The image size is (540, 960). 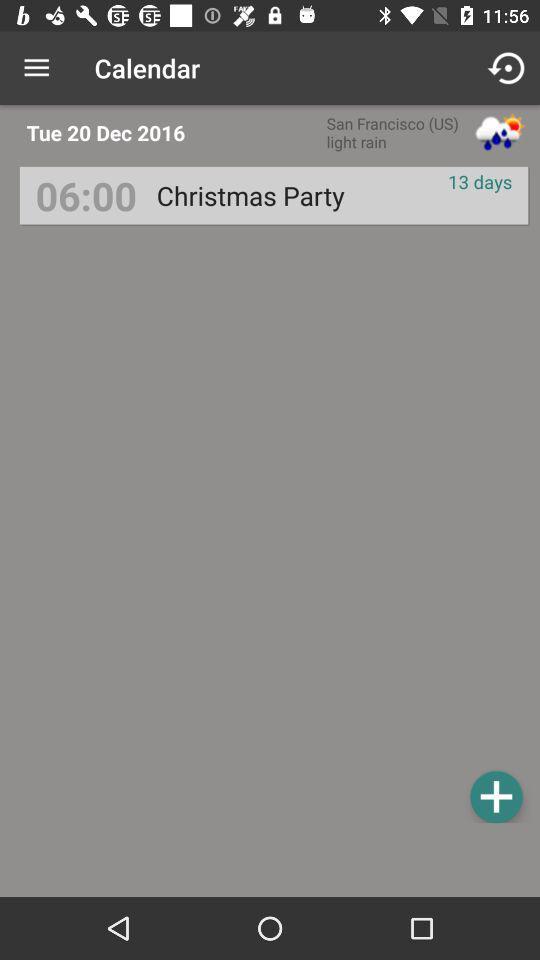 I want to click on item to the right of the christmas party, so click(x=479, y=181).